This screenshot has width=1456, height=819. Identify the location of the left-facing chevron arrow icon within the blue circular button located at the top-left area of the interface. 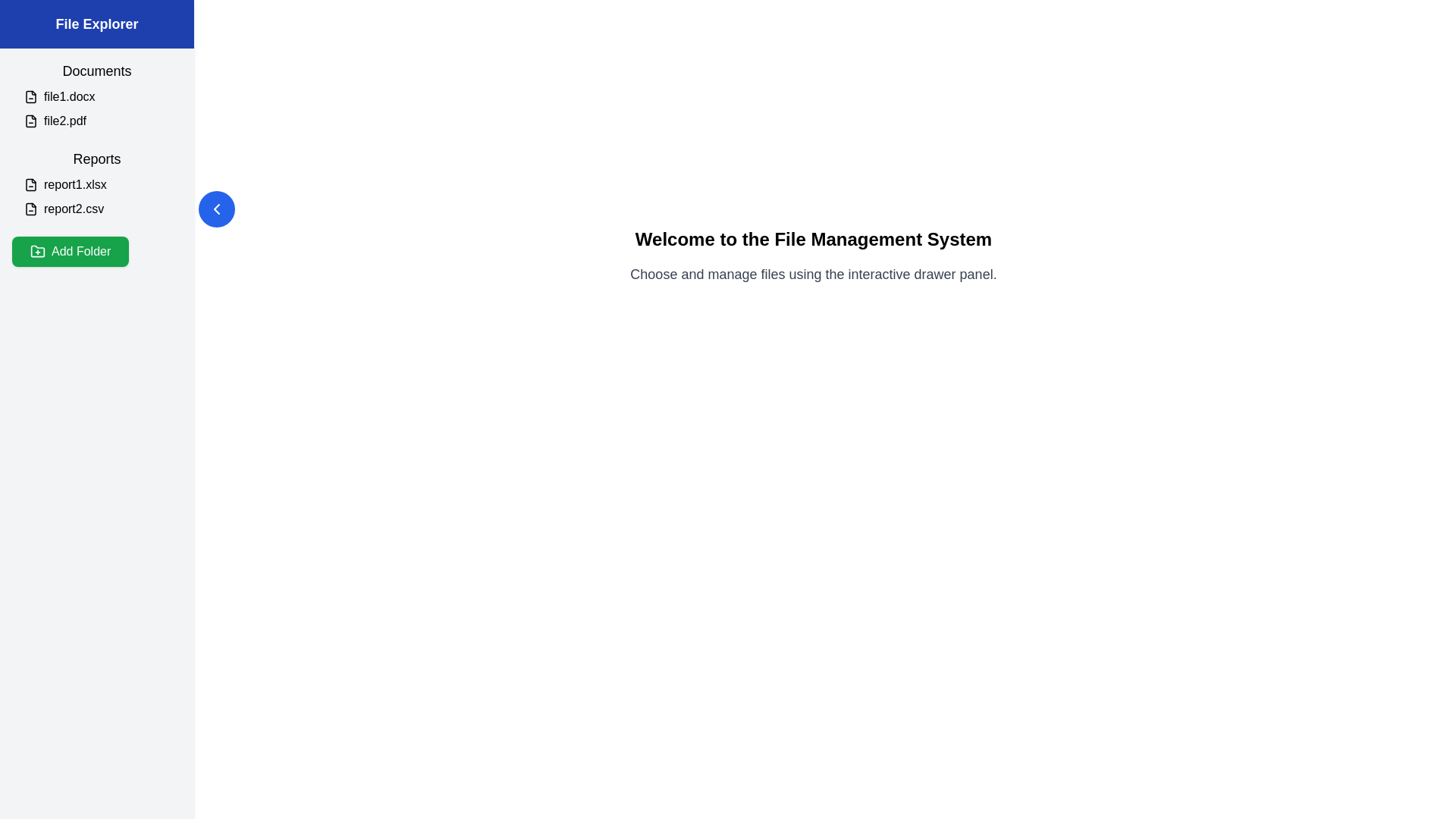
(216, 209).